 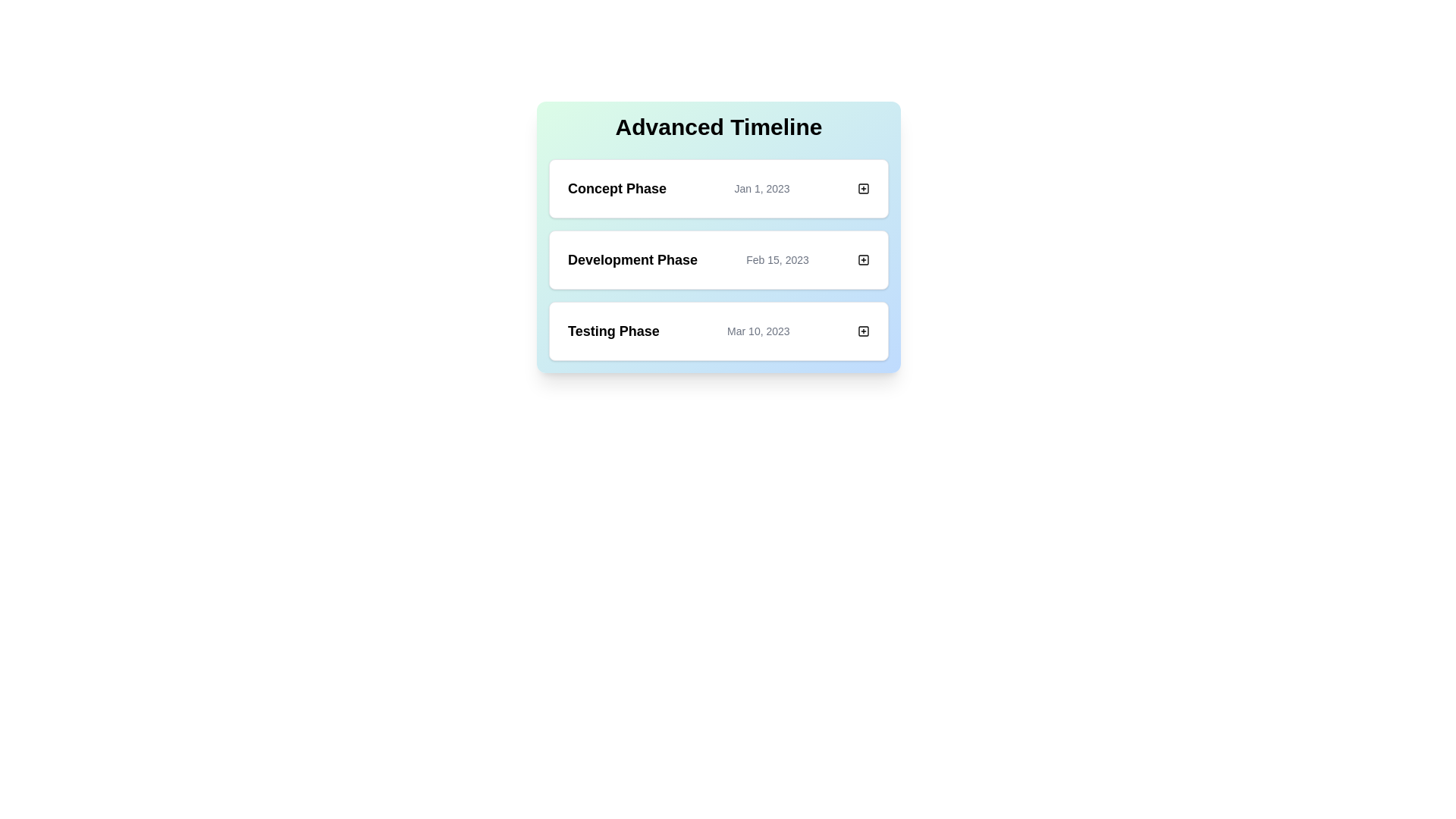 I want to click on the icon button resembling a plus symbol, located in the far-right section of the 'Testing Phase' row, so click(x=863, y=330).